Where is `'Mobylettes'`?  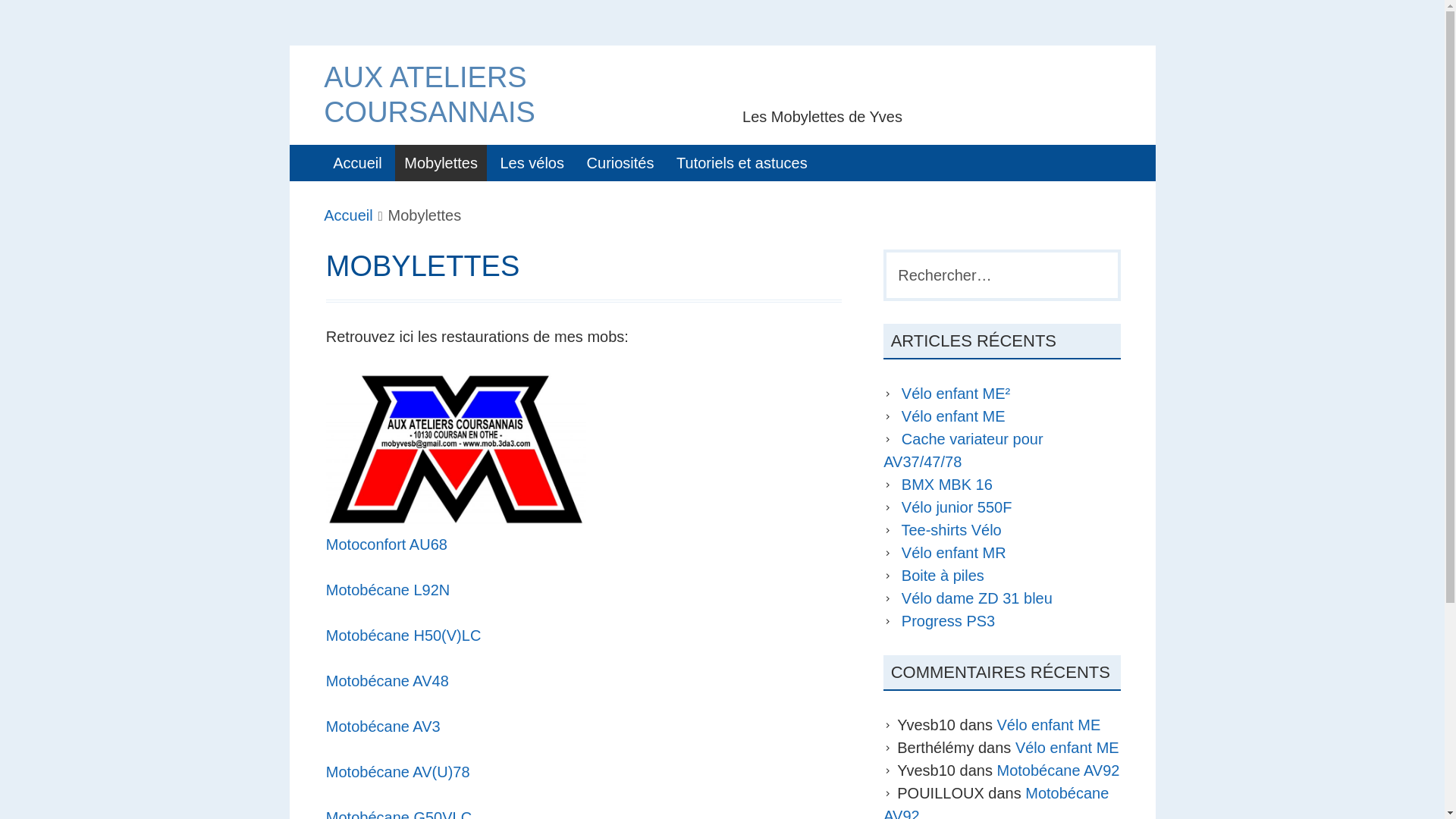
'Mobylettes' is located at coordinates (440, 163).